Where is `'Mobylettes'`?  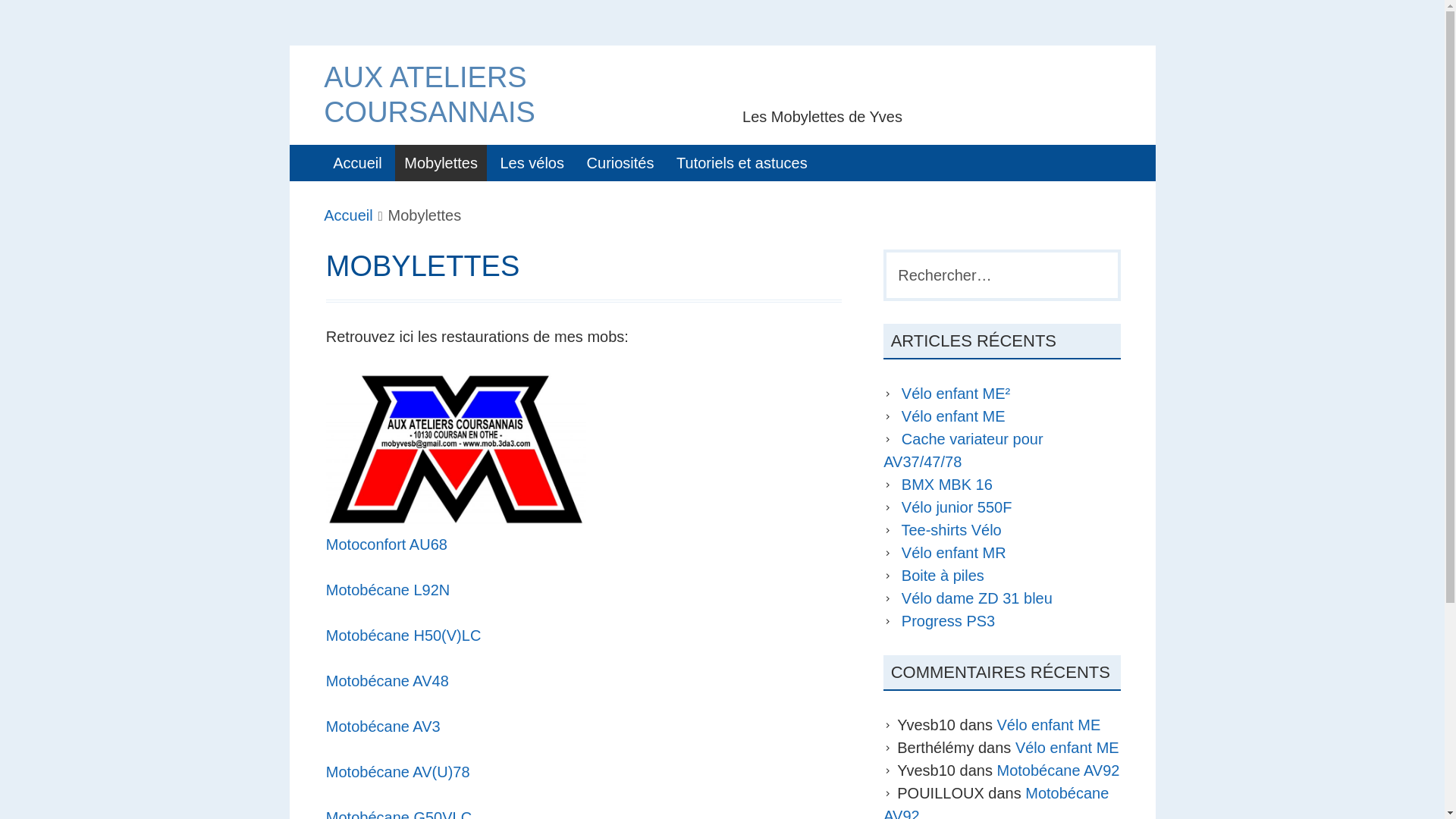
'Mobylettes' is located at coordinates (440, 163).